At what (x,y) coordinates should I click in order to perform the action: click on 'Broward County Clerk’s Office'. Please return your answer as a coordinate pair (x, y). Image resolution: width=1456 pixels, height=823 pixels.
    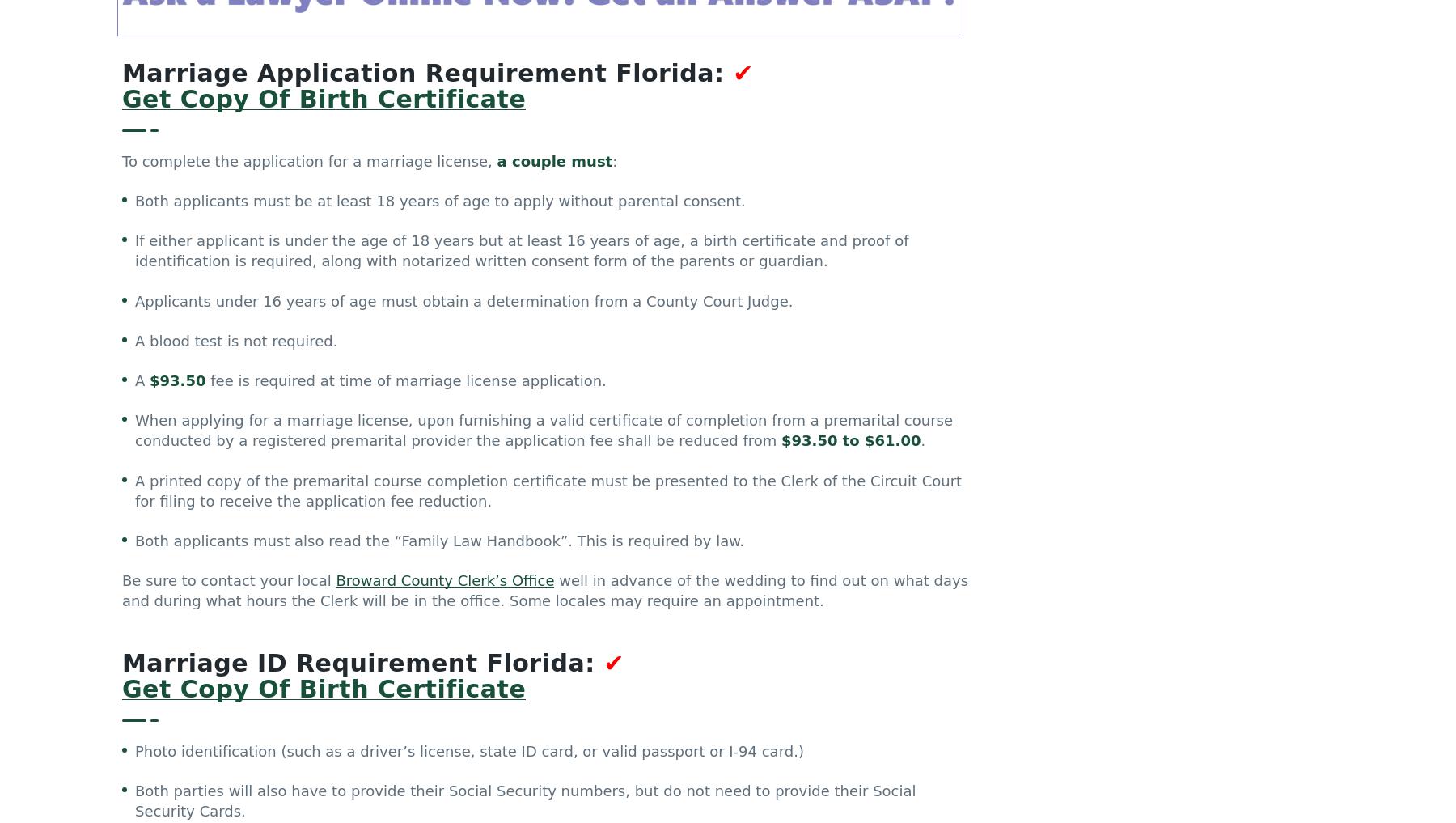
    Looking at the image, I should click on (444, 583).